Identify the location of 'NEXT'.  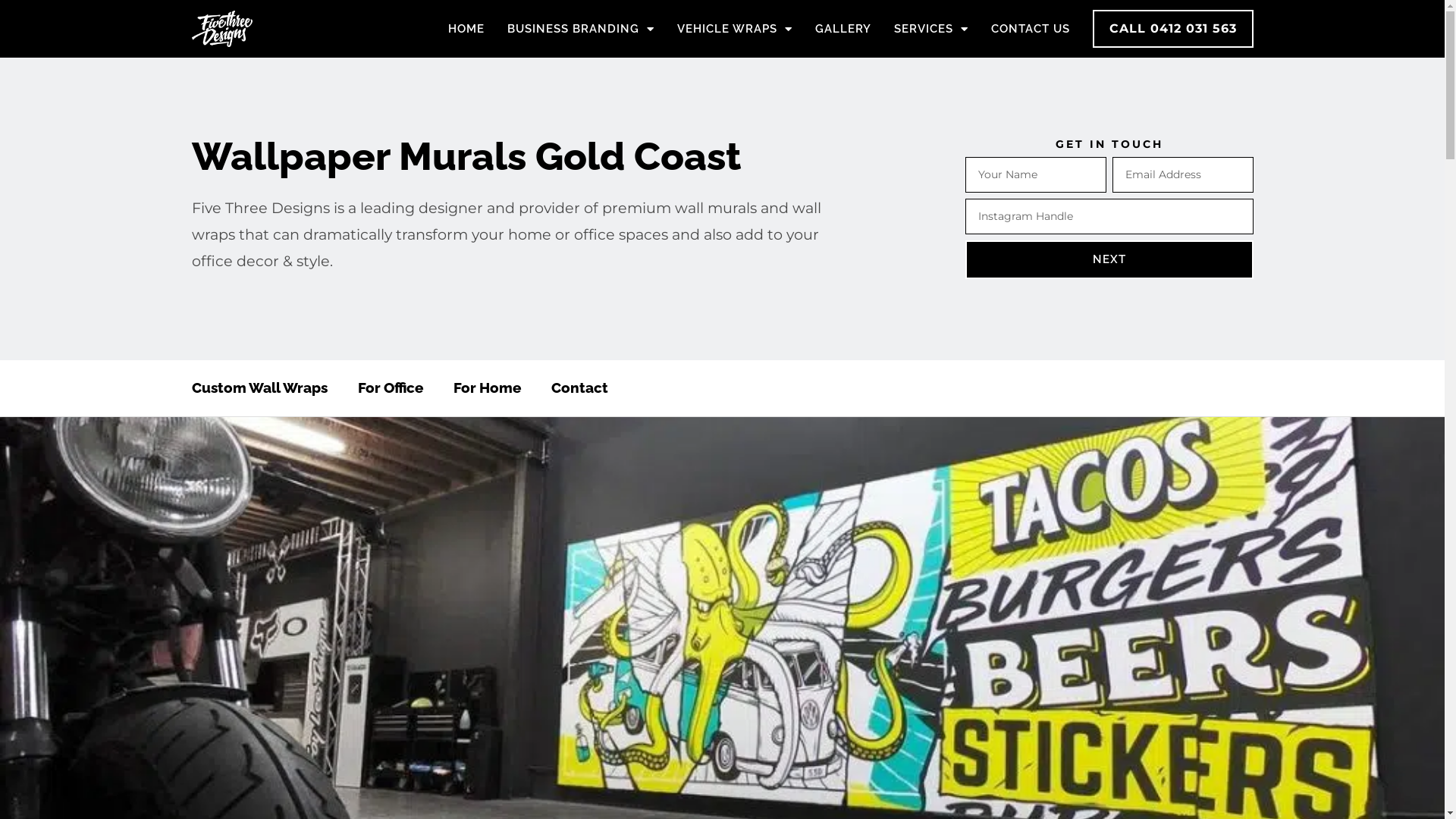
(1109, 259).